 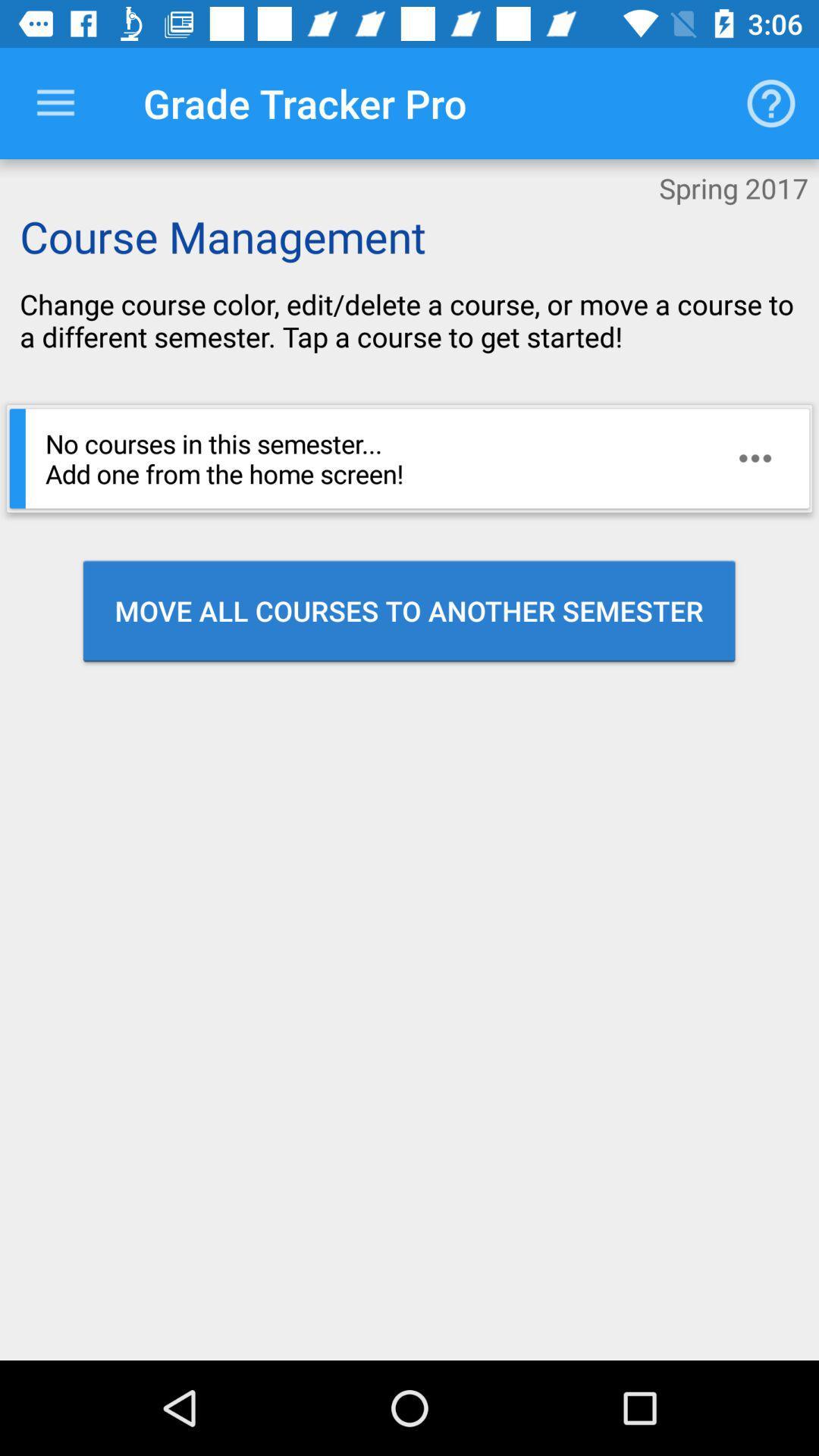 What do you see at coordinates (55, 102) in the screenshot?
I see `the item to the left of grade tracker pro item` at bounding box center [55, 102].